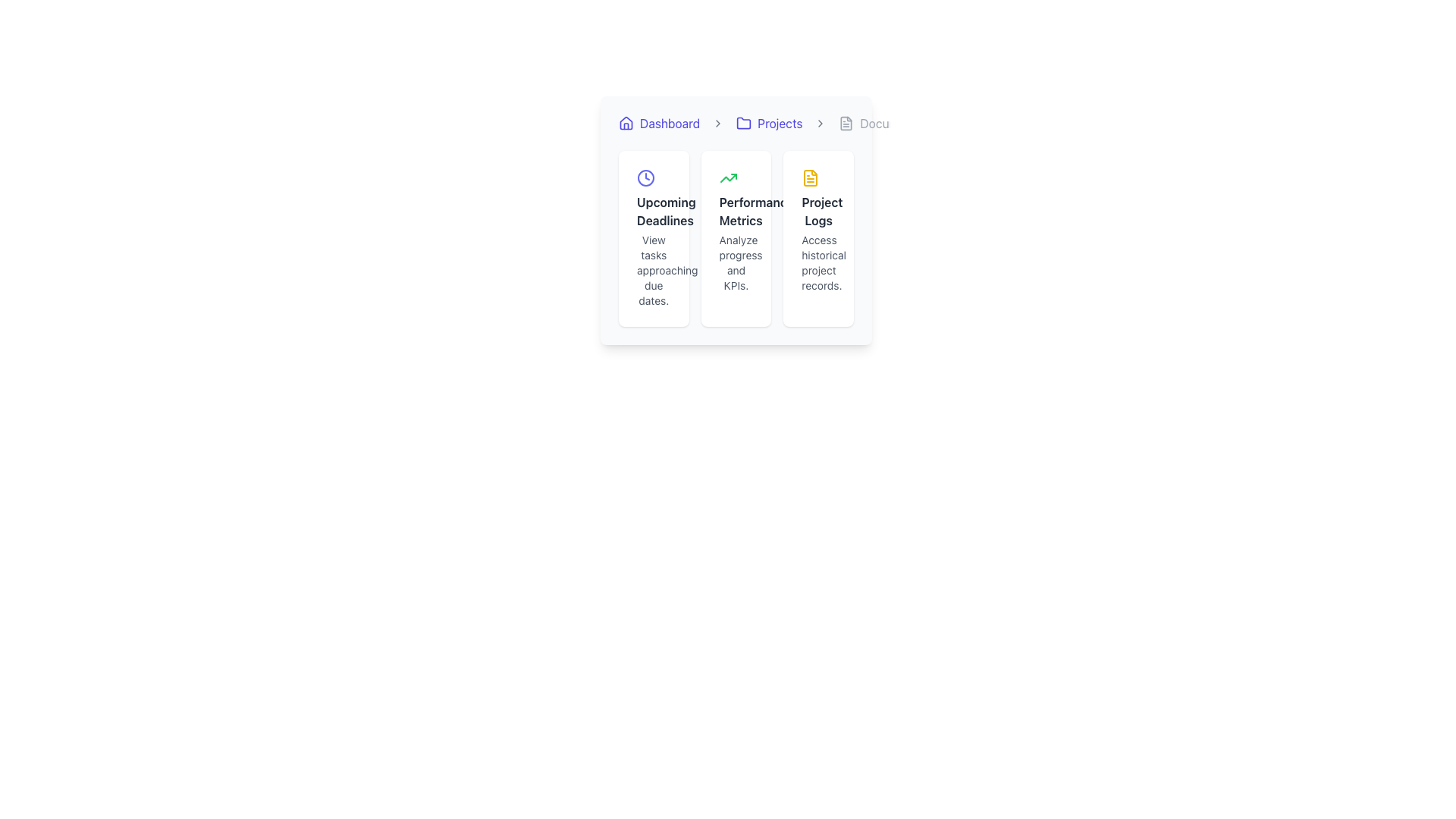 The height and width of the screenshot is (819, 1456). I want to click on text label displaying 'Performance Metrics' which is bold and gray, located in the second card of a horizontally aligned group of three cards, so click(736, 211).